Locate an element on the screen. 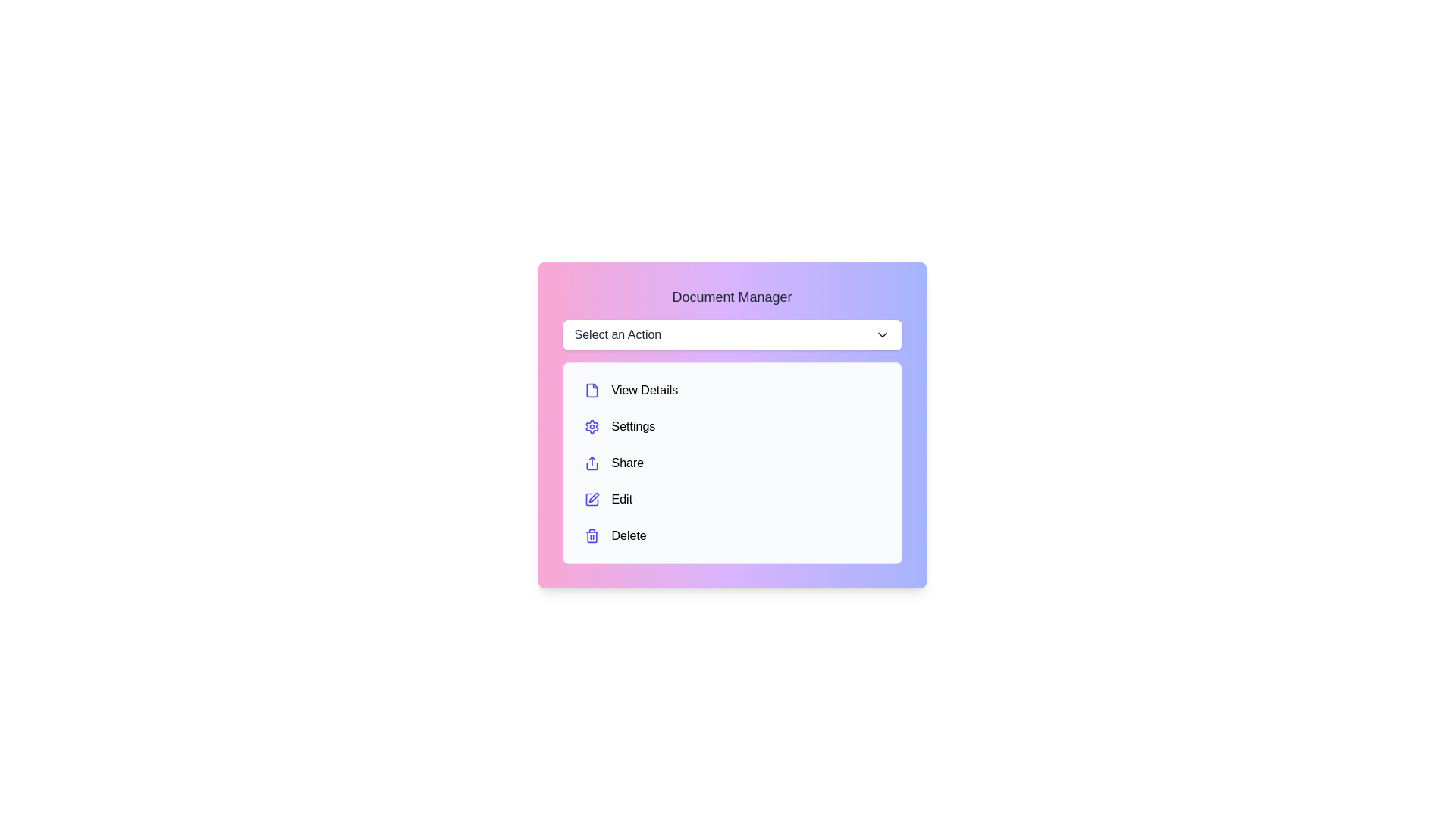  the pen-shaped edit icon located at the bottom-left of the icon group labeled 'Edit' to initiate an edit action is located at coordinates (592, 497).